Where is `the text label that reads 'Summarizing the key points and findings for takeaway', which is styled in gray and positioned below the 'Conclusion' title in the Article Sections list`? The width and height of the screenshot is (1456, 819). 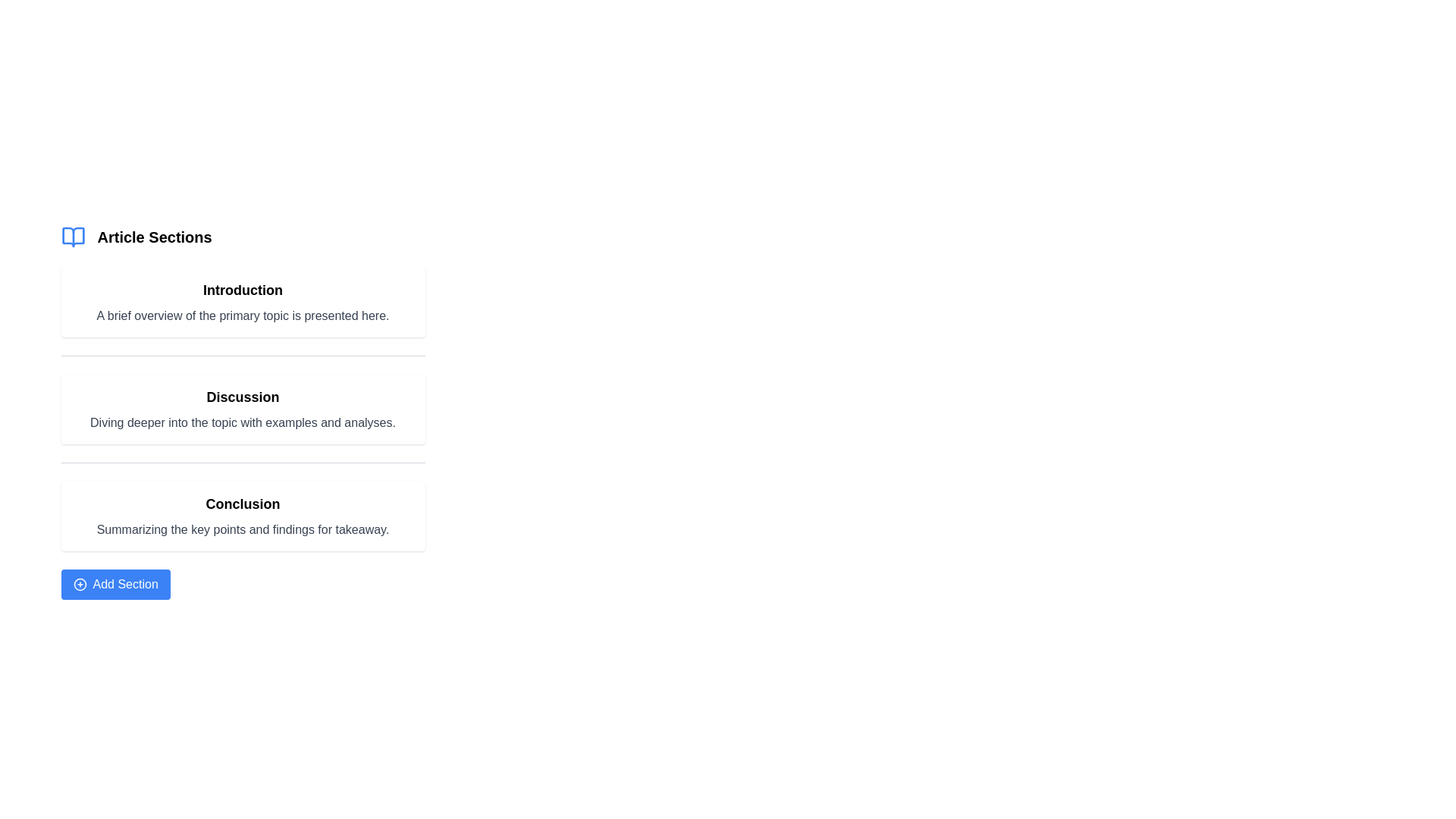
the text label that reads 'Summarizing the key points and findings for takeaway', which is styled in gray and positioned below the 'Conclusion' title in the Article Sections list is located at coordinates (243, 529).